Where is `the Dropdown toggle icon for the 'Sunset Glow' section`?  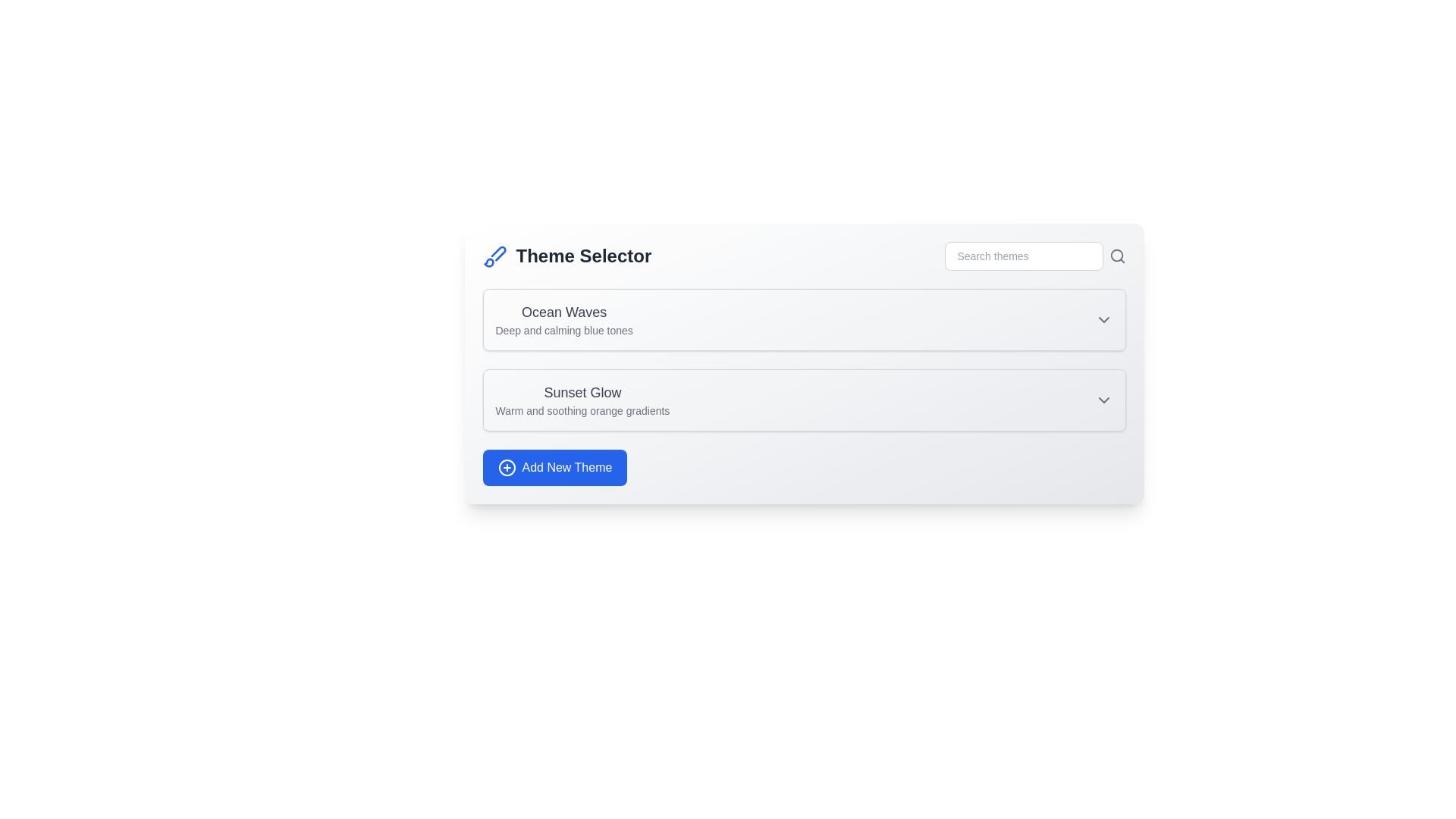 the Dropdown toggle icon for the 'Sunset Glow' section is located at coordinates (1103, 400).